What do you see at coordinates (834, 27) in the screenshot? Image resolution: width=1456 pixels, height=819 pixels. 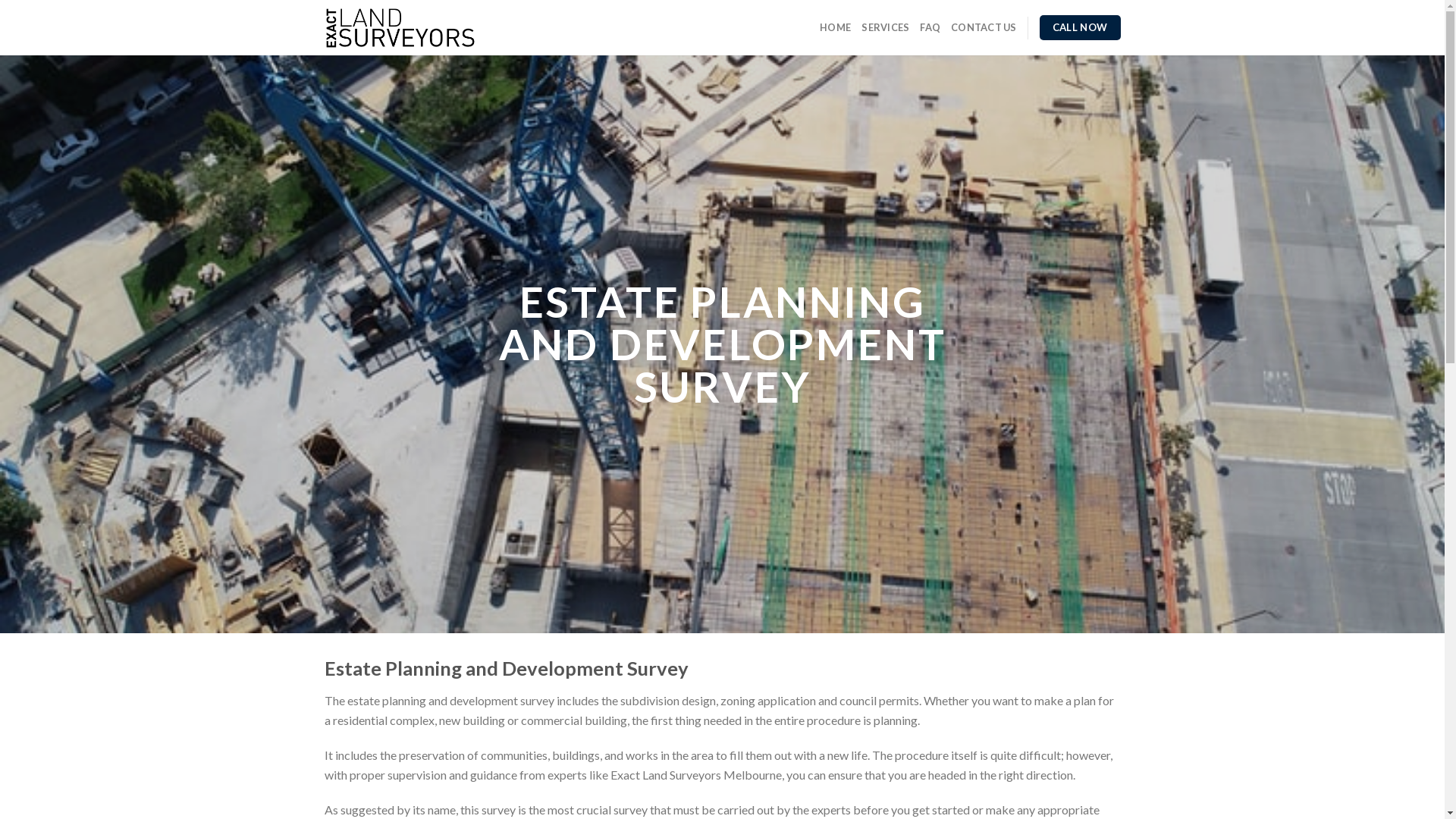 I see `'HOME'` at bounding box center [834, 27].